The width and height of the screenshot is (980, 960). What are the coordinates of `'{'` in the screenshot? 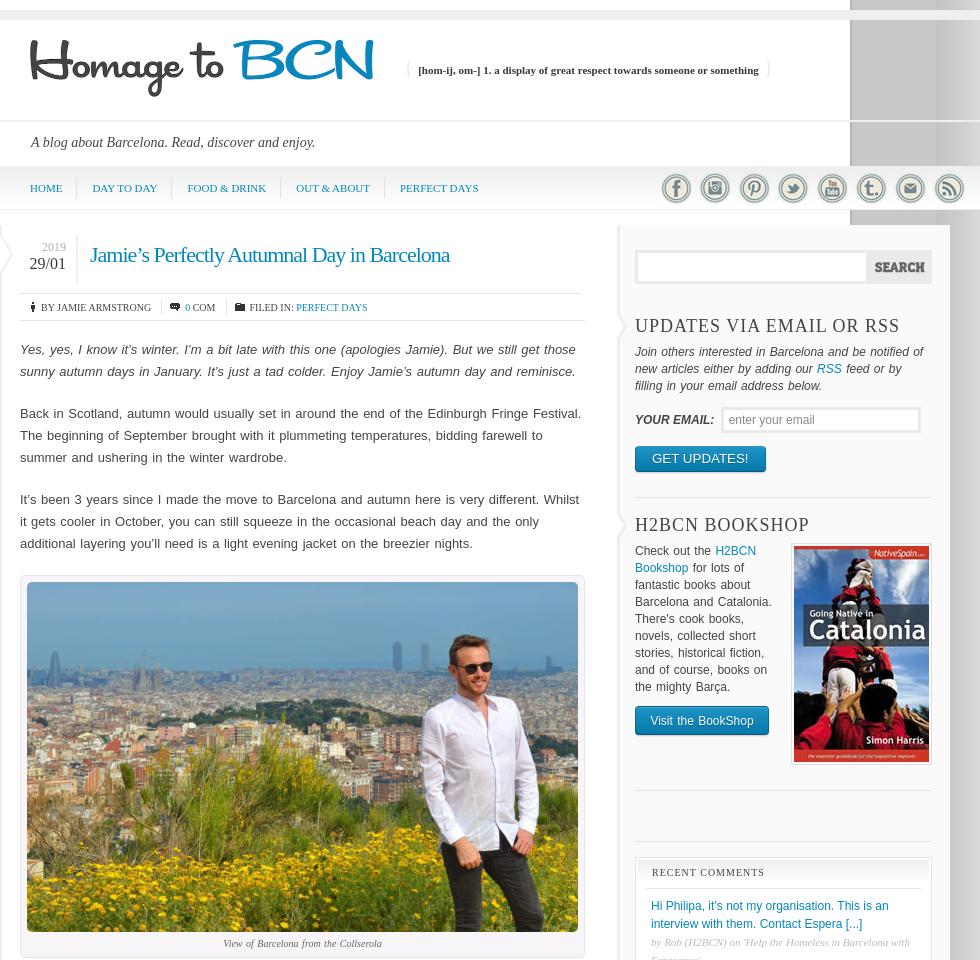 It's located at (403, 67).